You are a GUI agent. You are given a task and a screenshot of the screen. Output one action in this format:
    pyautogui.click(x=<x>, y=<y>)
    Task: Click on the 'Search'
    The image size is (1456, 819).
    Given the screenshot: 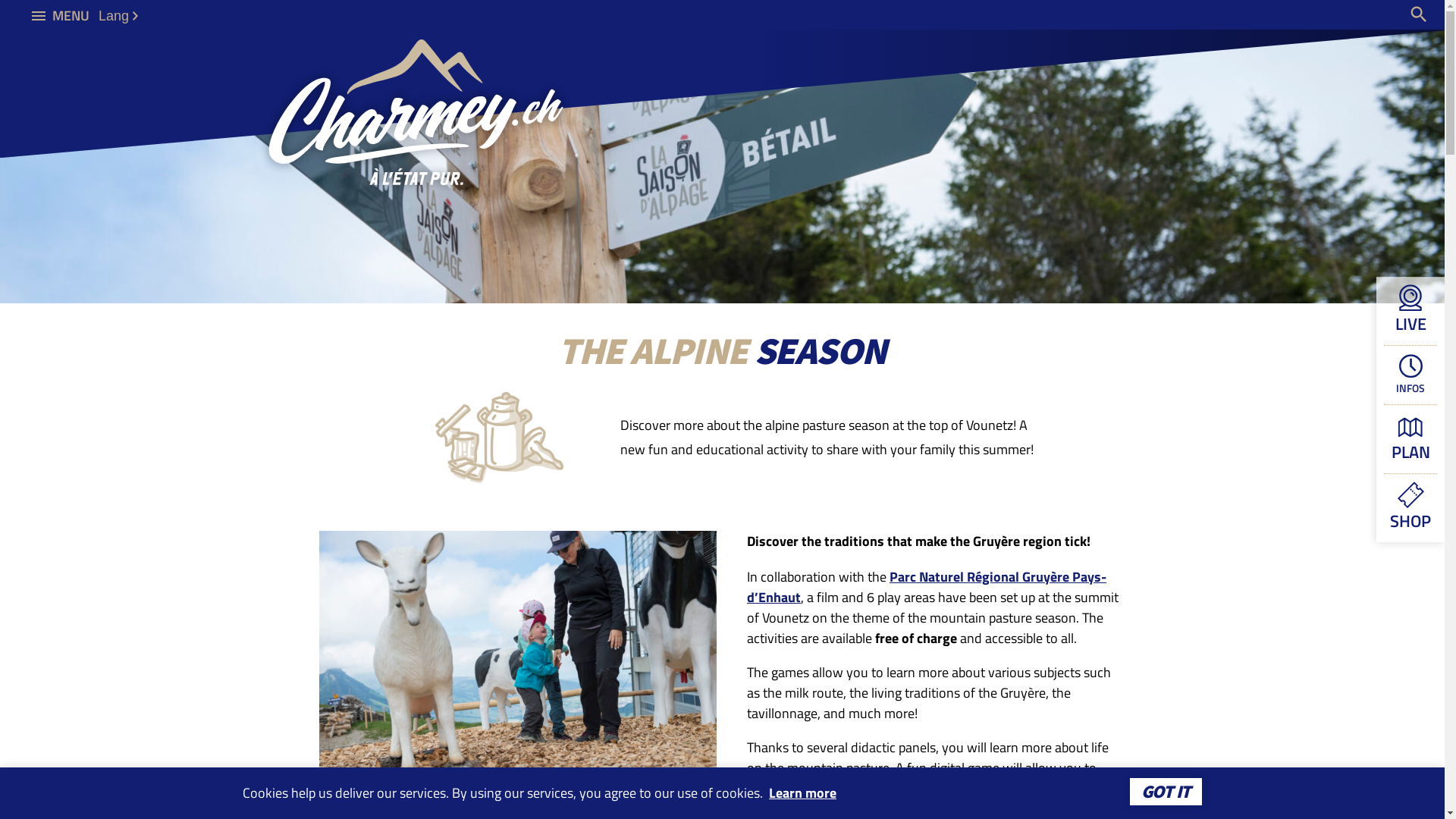 What is the action you would take?
    pyautogui.click(x=1376, y=14)
    